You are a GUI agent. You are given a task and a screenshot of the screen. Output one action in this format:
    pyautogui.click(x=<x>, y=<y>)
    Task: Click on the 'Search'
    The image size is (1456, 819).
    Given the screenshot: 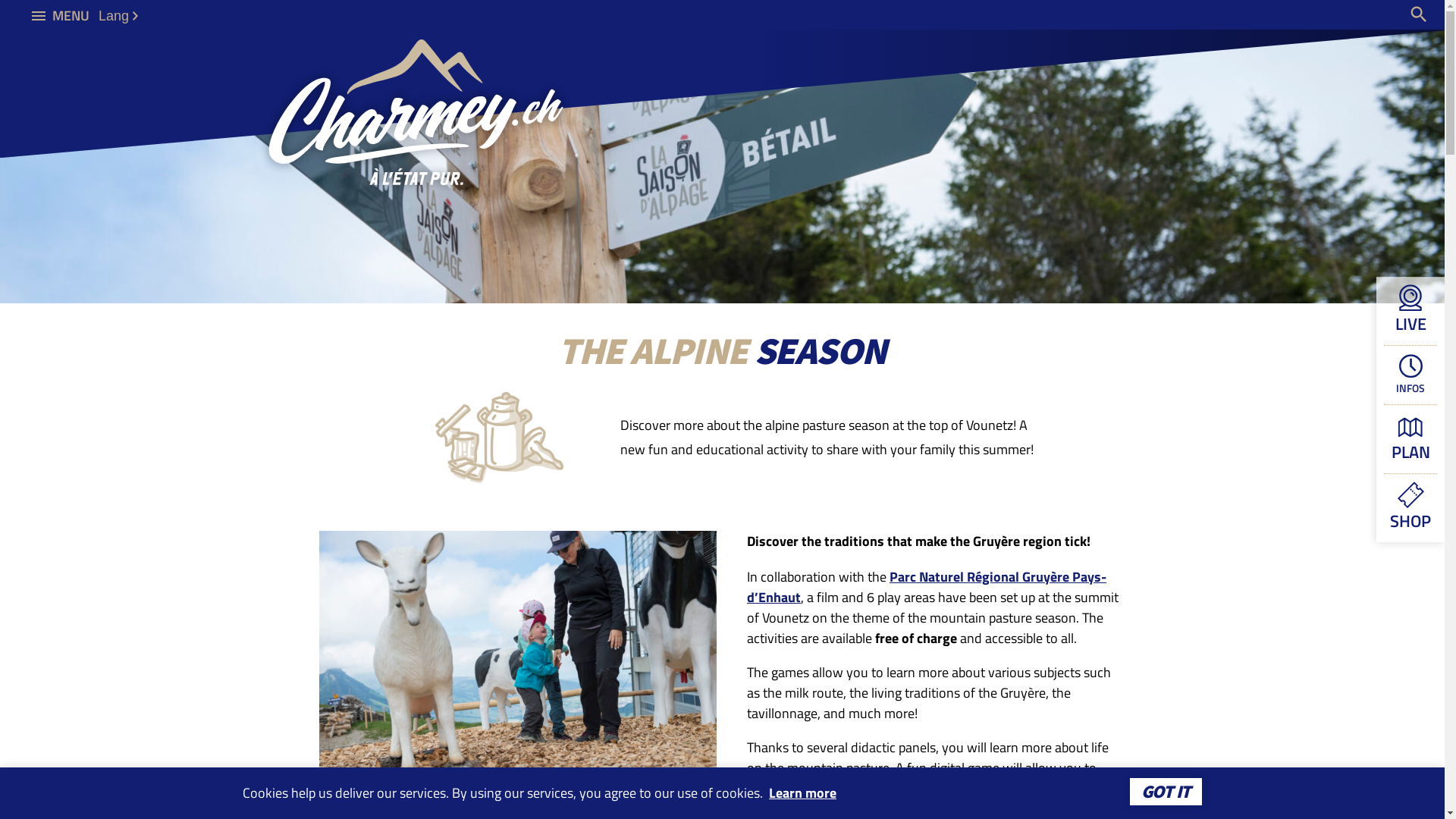 What is the action you would take?
    pyautogui.click(x=1376, y=14)
    